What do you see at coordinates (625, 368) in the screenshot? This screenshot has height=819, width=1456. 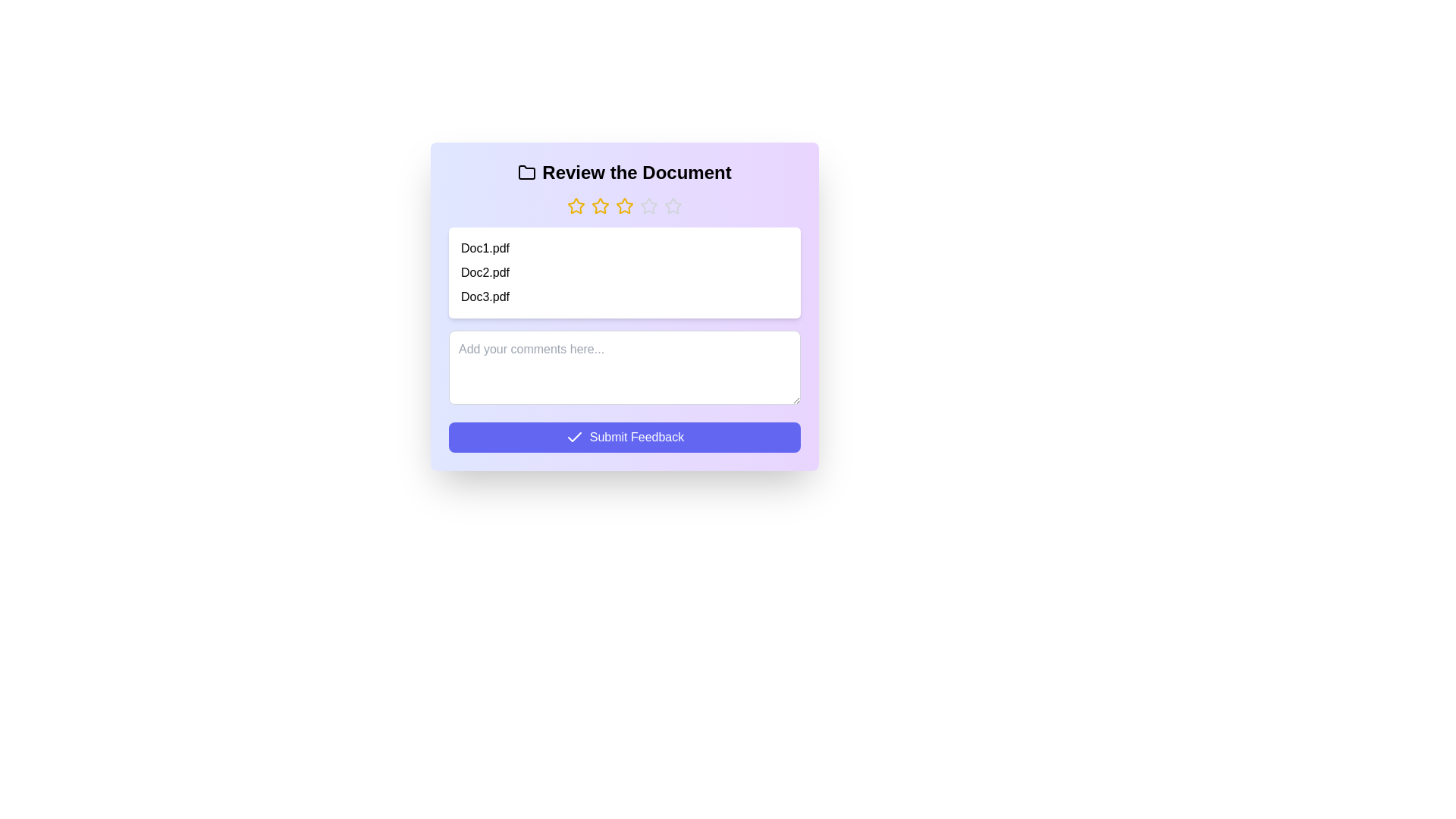 I see `the comments text area to focus on it` at bounding box center [625, 368].